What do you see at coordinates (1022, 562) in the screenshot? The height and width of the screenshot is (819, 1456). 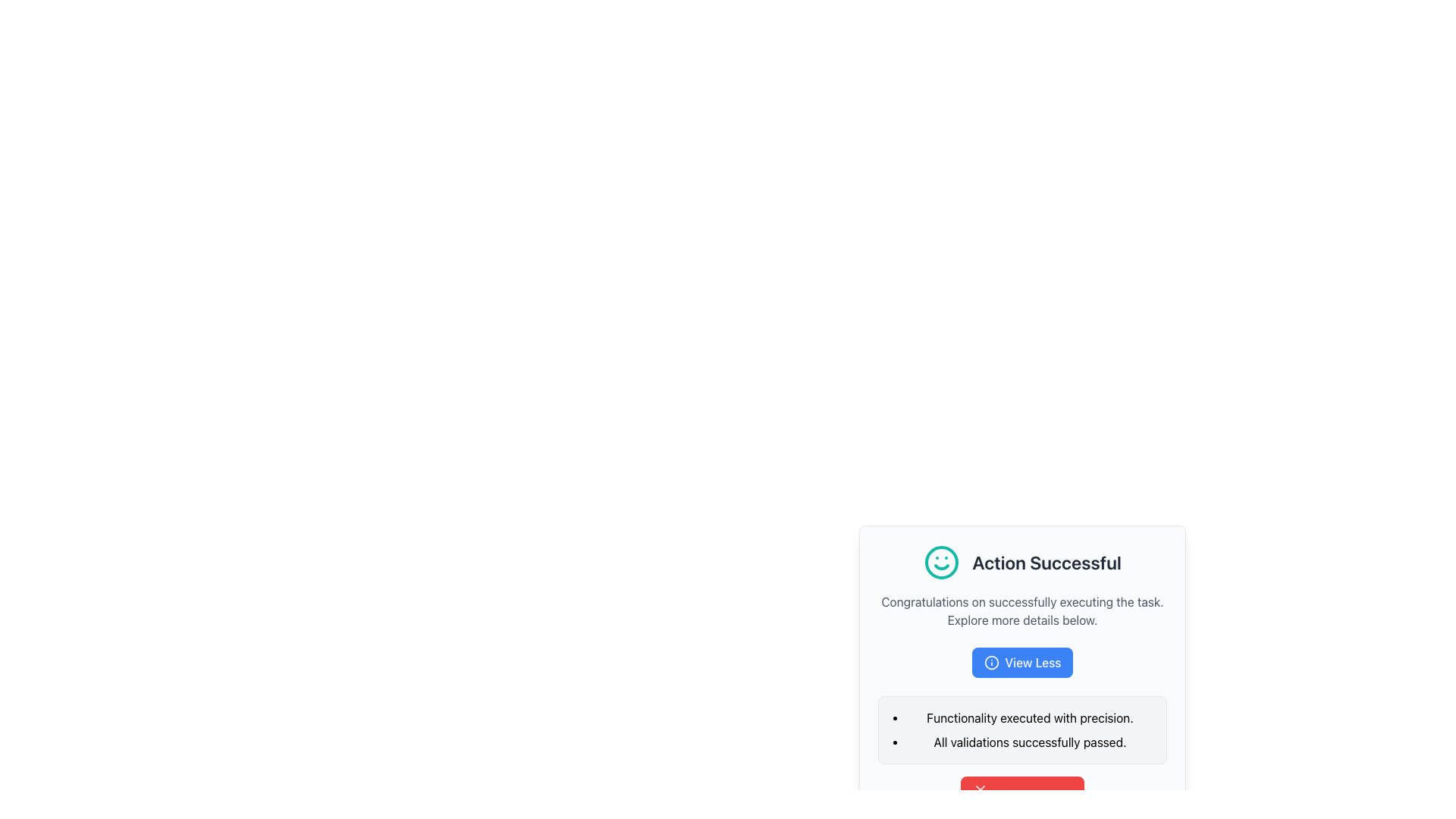 I see `the Notification header that indicates a successfully completed action, featuring a smiley icon and 'Action Successful' text` at bounding box center [1022, 562].